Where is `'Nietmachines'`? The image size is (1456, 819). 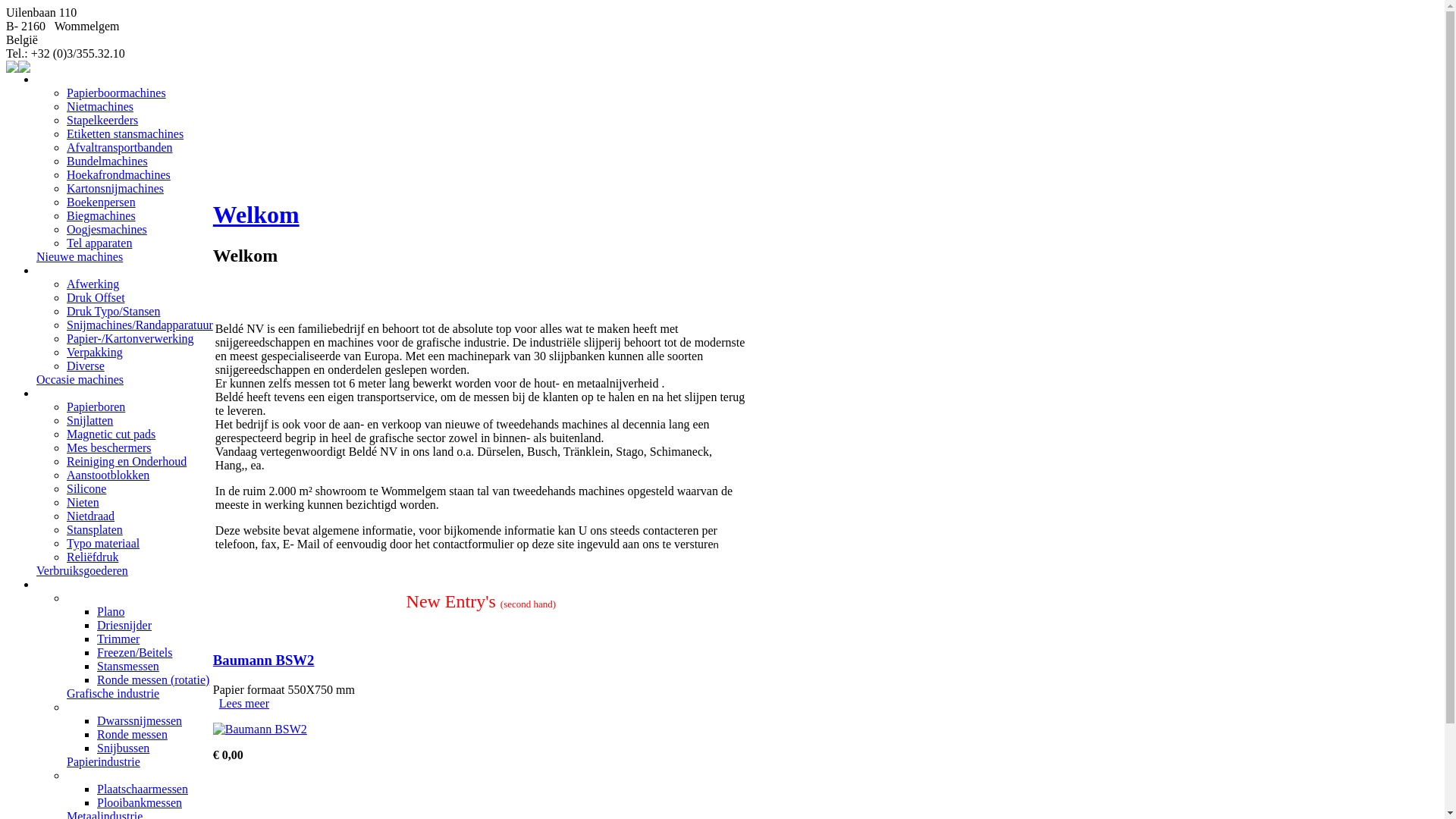
'Nietmachines' is located at coordinates (99, 105).